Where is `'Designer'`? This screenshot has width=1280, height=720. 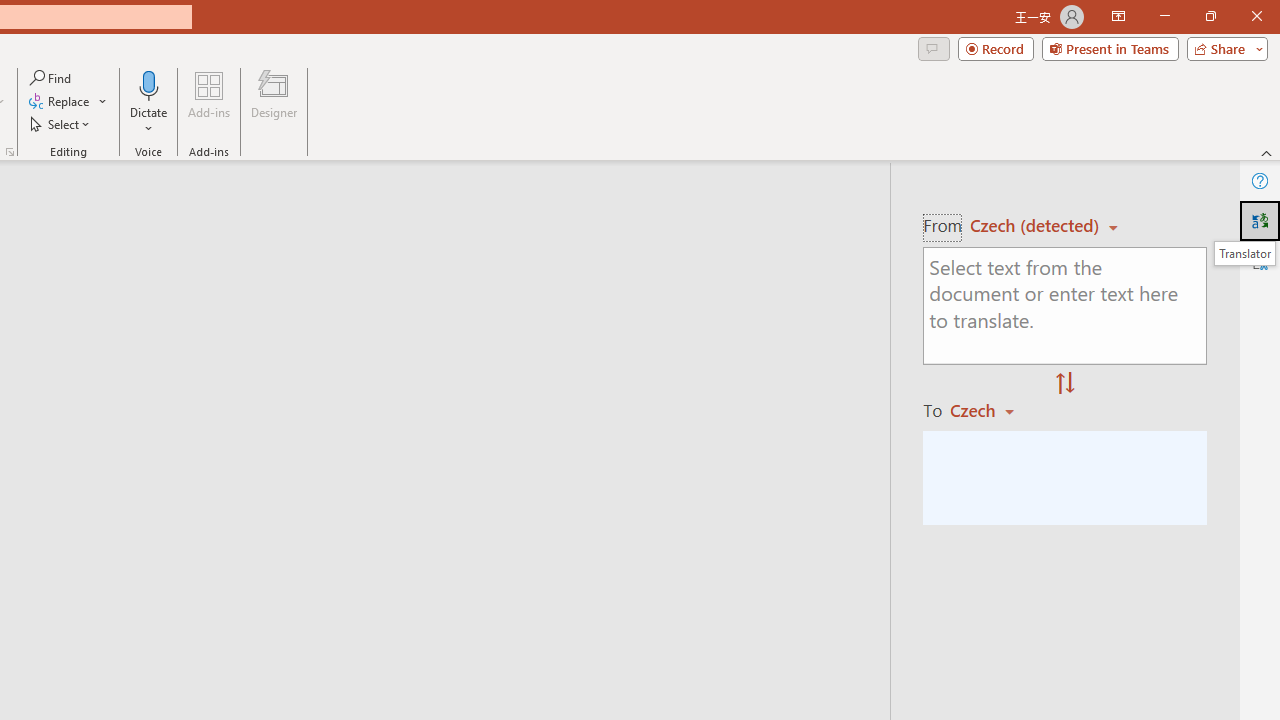
'Designer' is located at coordinates (273, 103).